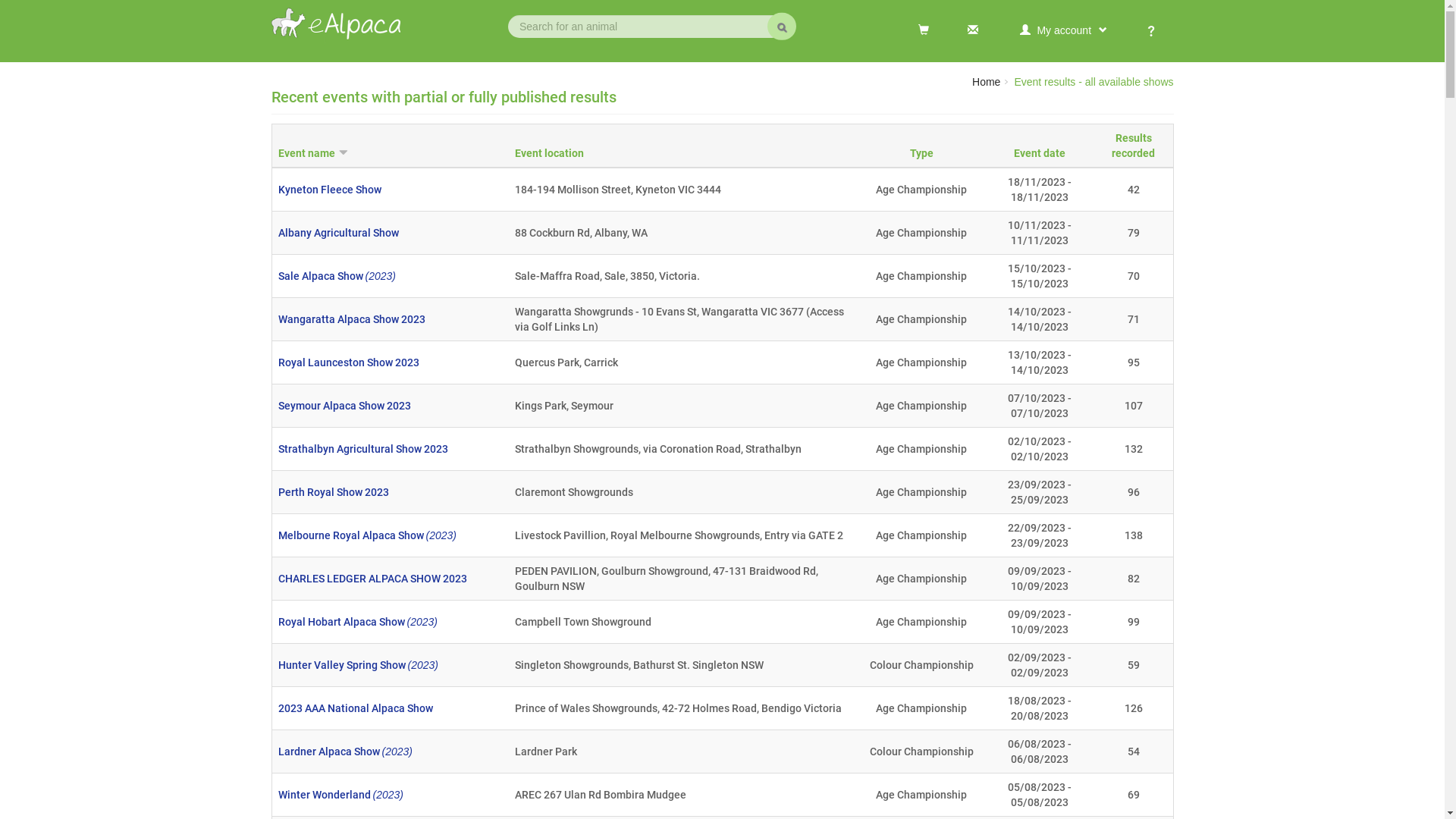 The height and width of the screenshot is (819, 1456). I want to click on 'Strathalbyn Agricultural Show 2023', so click(362, 447).